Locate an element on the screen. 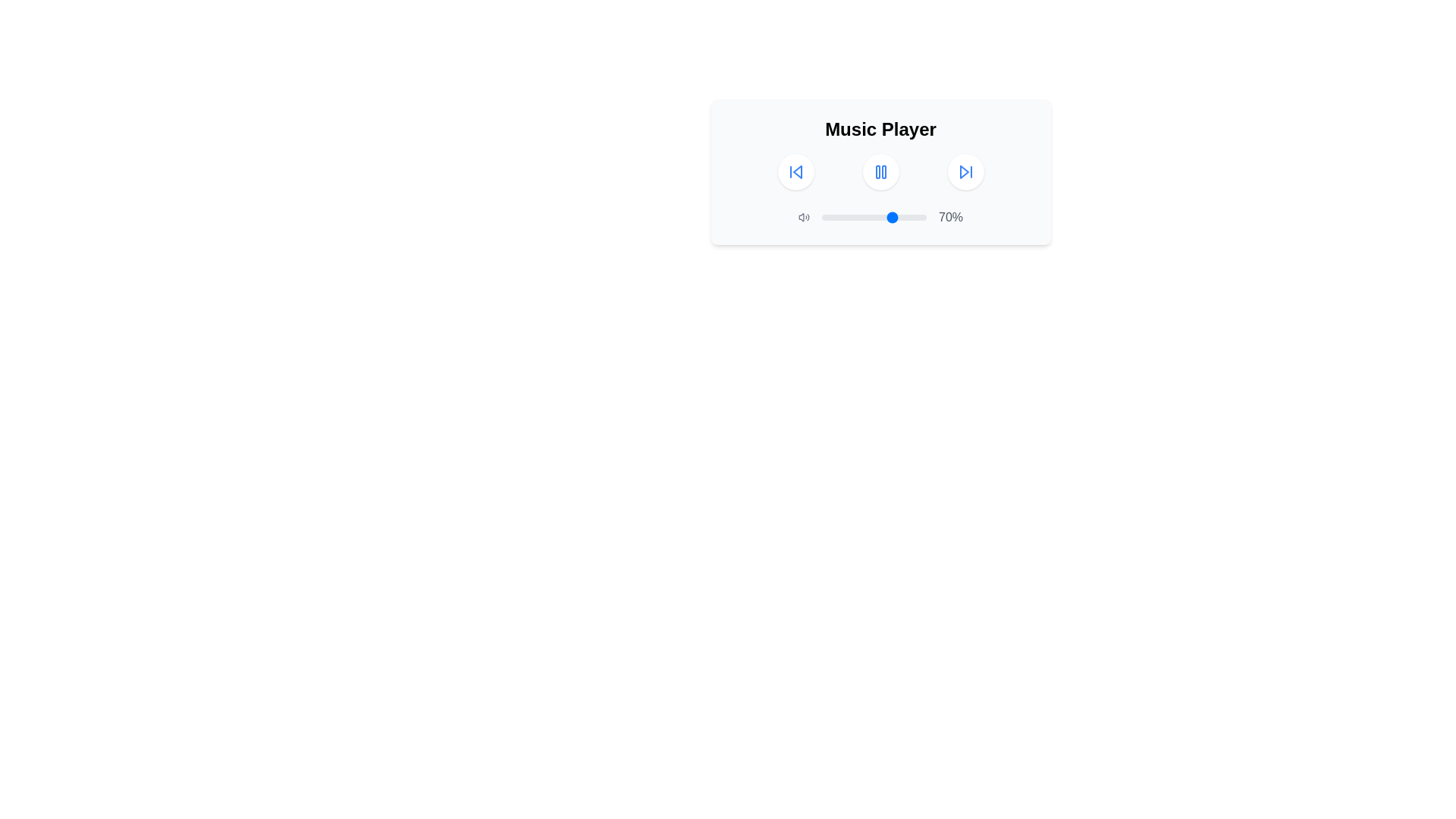 This screenshot has height=819, width=1456. the slider is located at coordinates (839, 217).